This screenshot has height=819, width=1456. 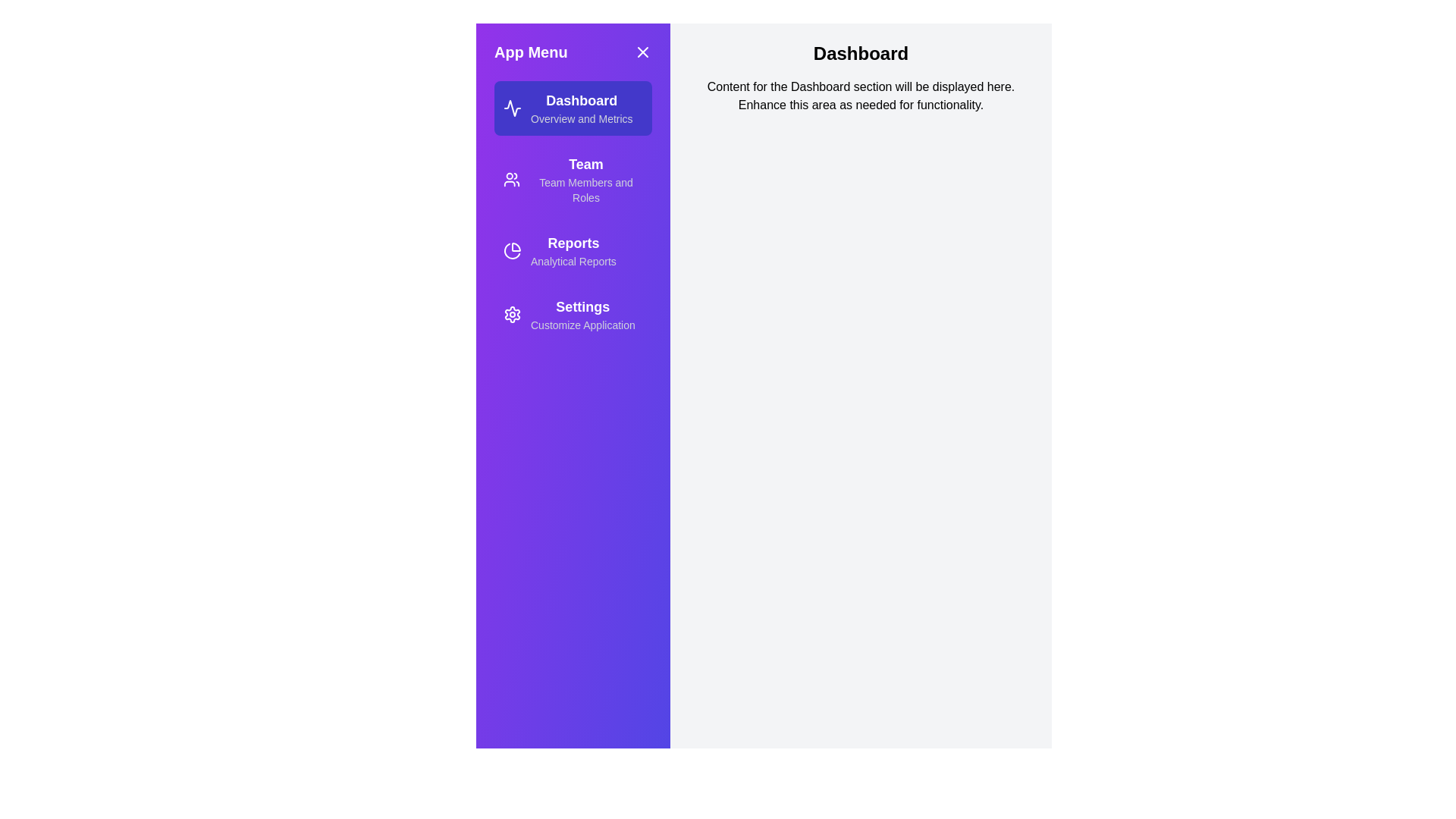 I want to click on the close button in the drawer to toggle its visibility, so click(x=643, y=52).